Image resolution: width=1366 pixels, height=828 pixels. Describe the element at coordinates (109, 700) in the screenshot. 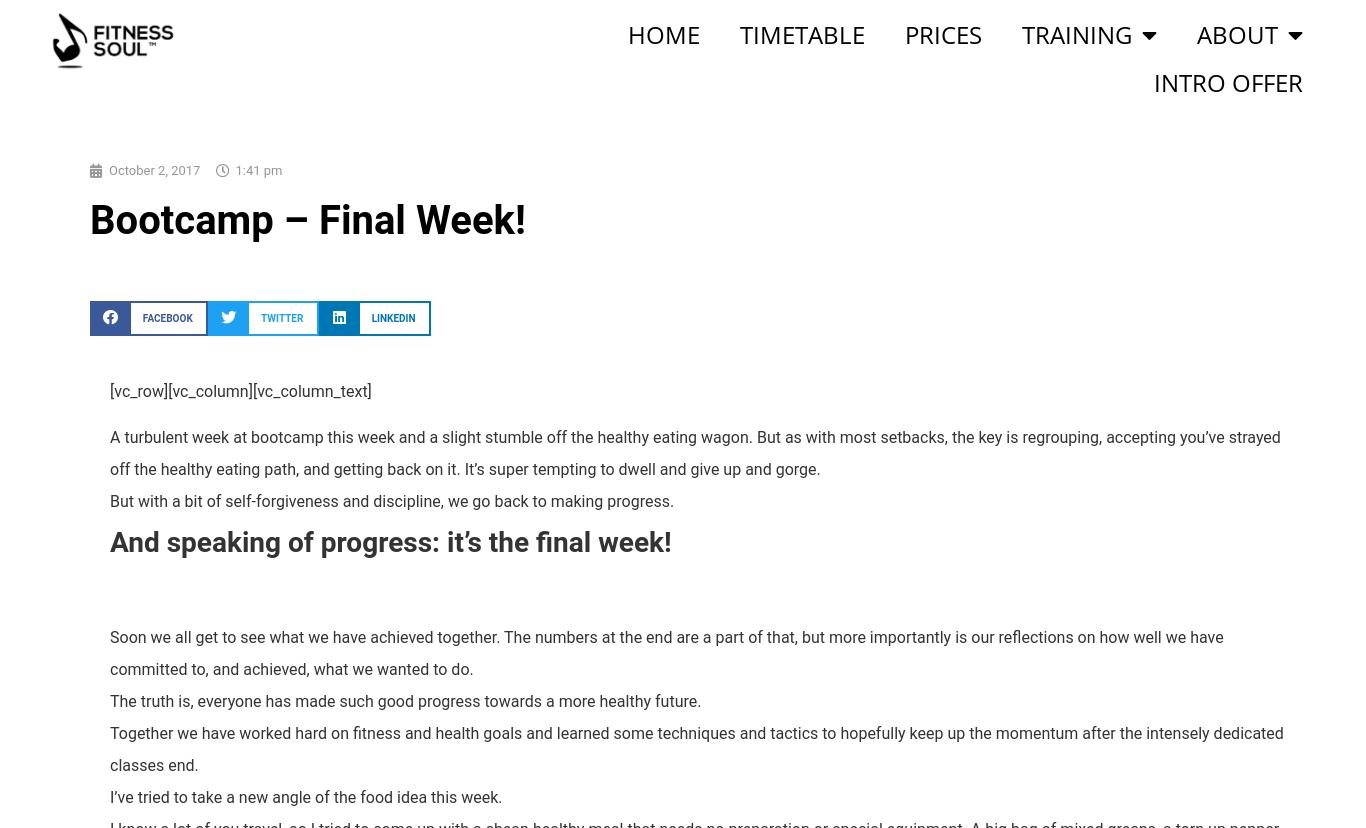

I see `'The truth is, everyone has made such good progress towards a more healthy future.'` at that location.